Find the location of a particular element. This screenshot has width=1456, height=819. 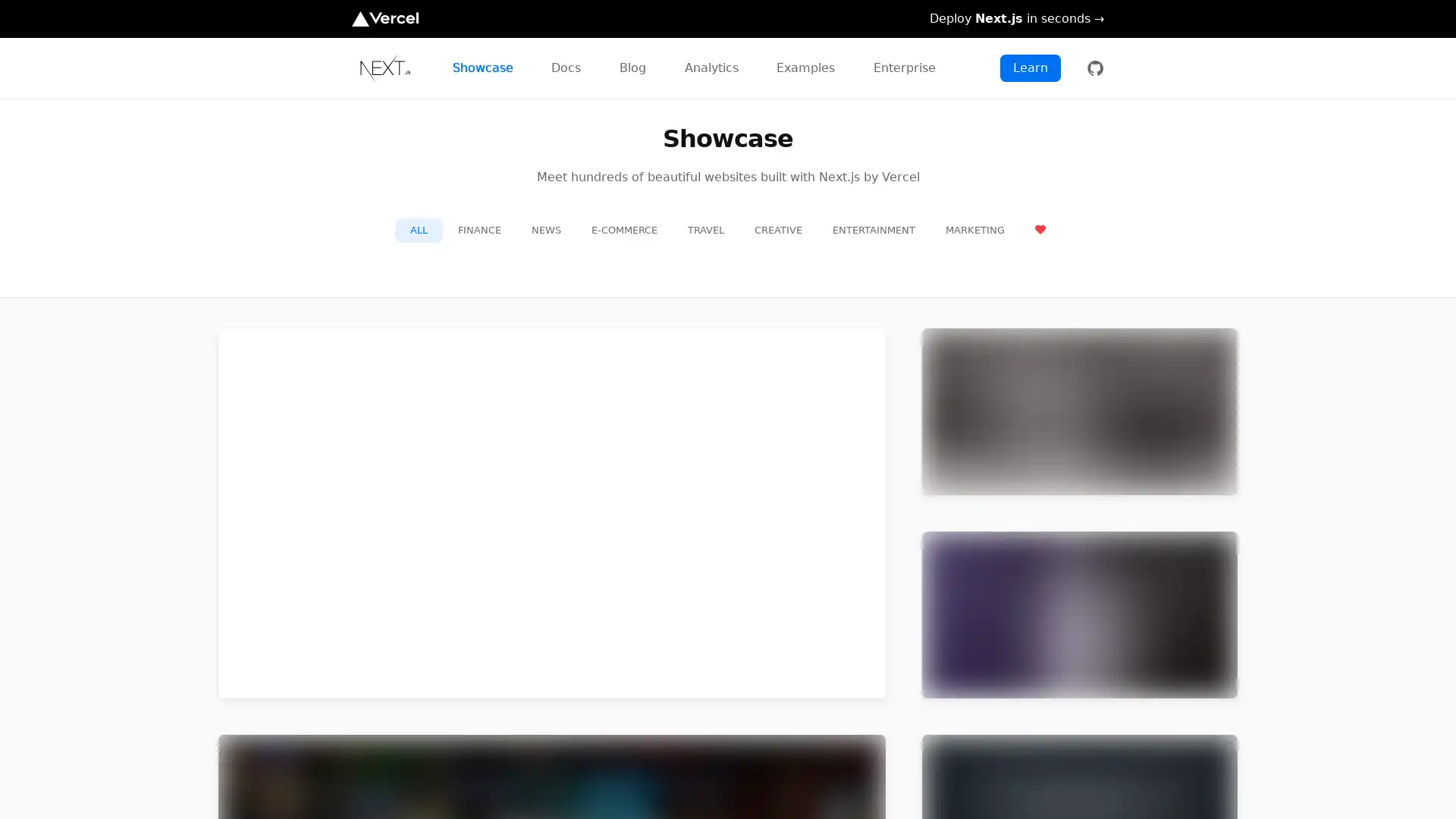

NEWS is located at coordinates (546, 230).